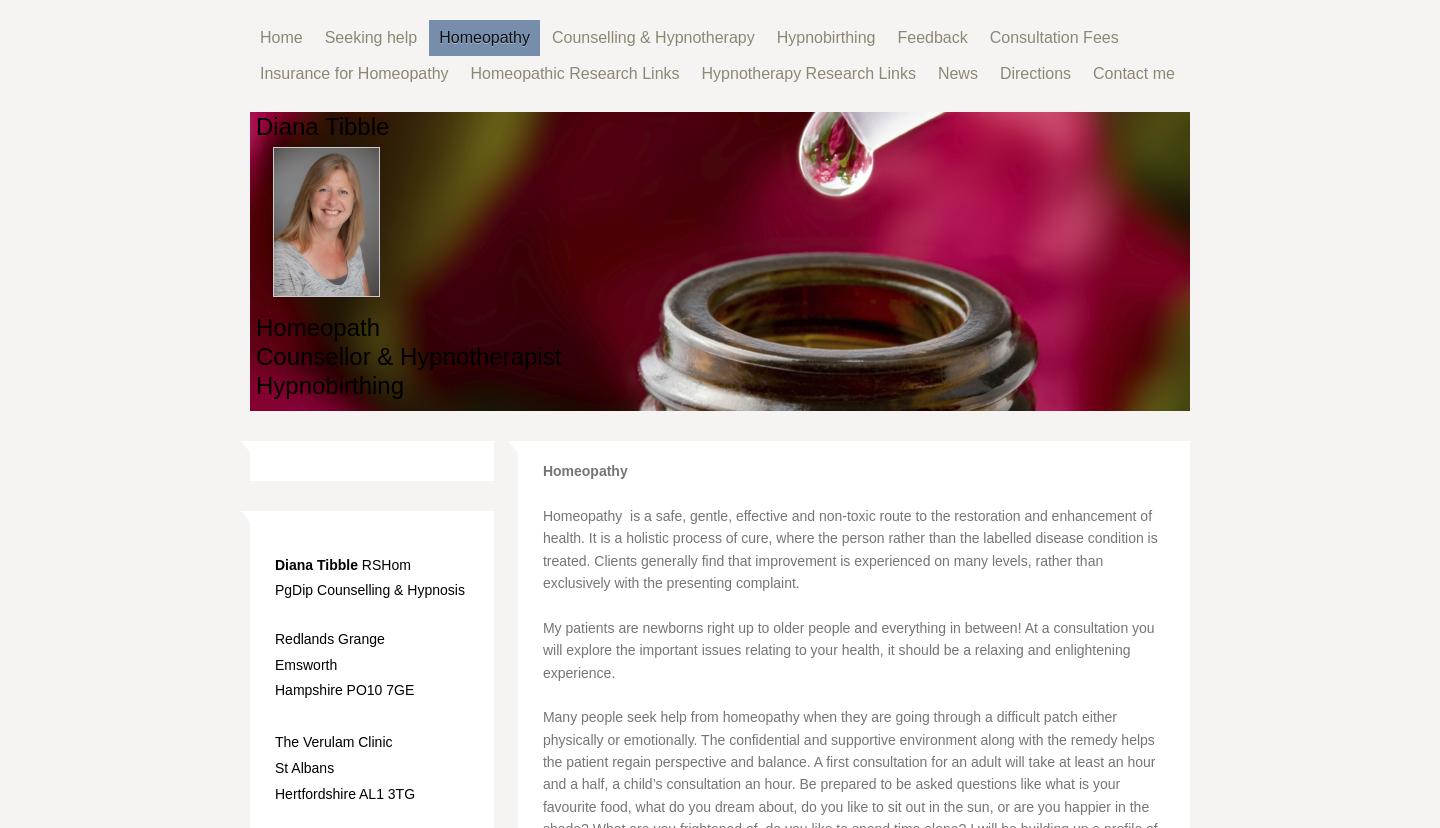  What do you see at coordinates (329, 637) in the screenshot?
I see `'Redlands Grange'` at bounding box center [329, 637].